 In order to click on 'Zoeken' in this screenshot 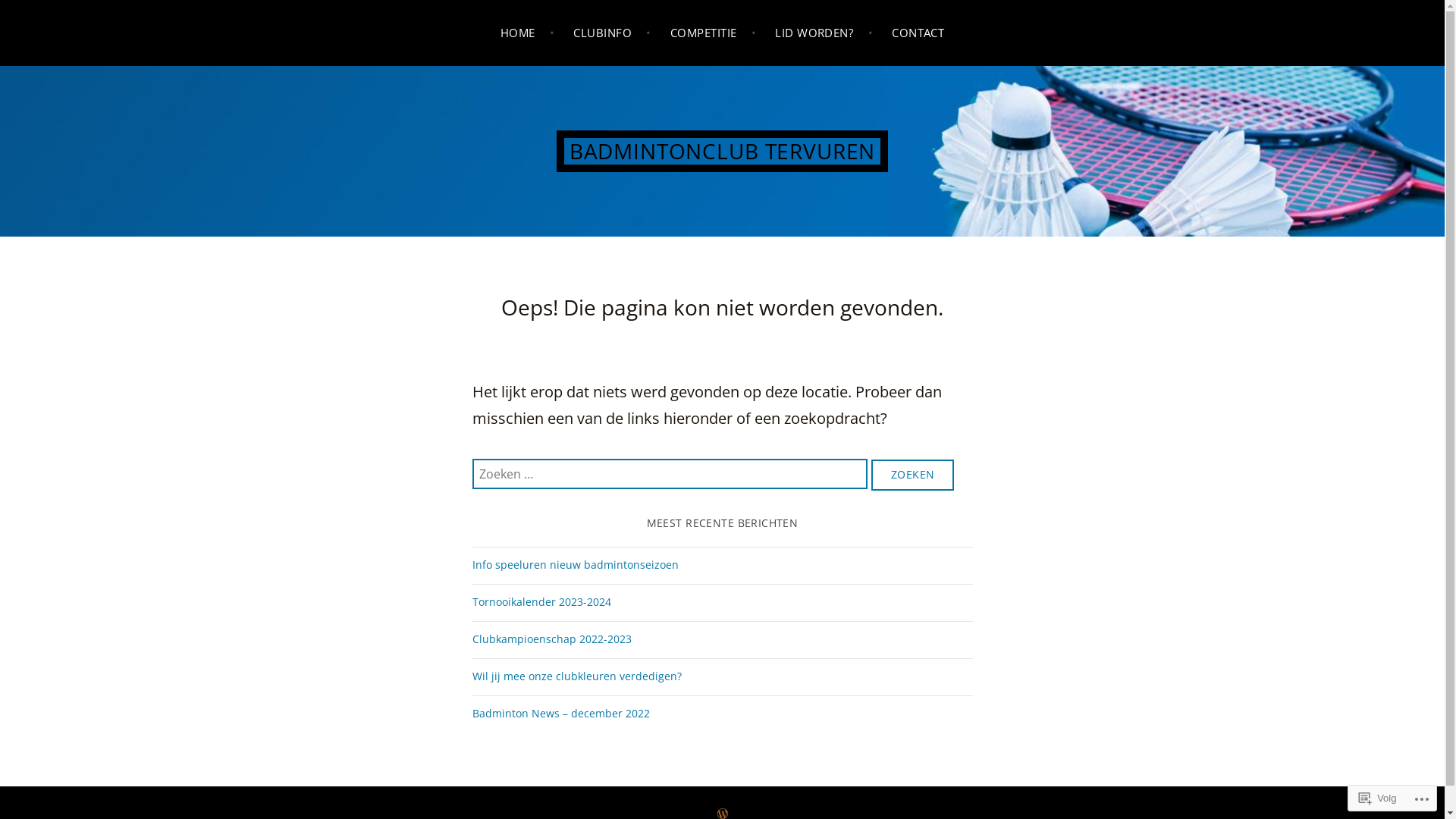, I will do `click(871, 474)`.